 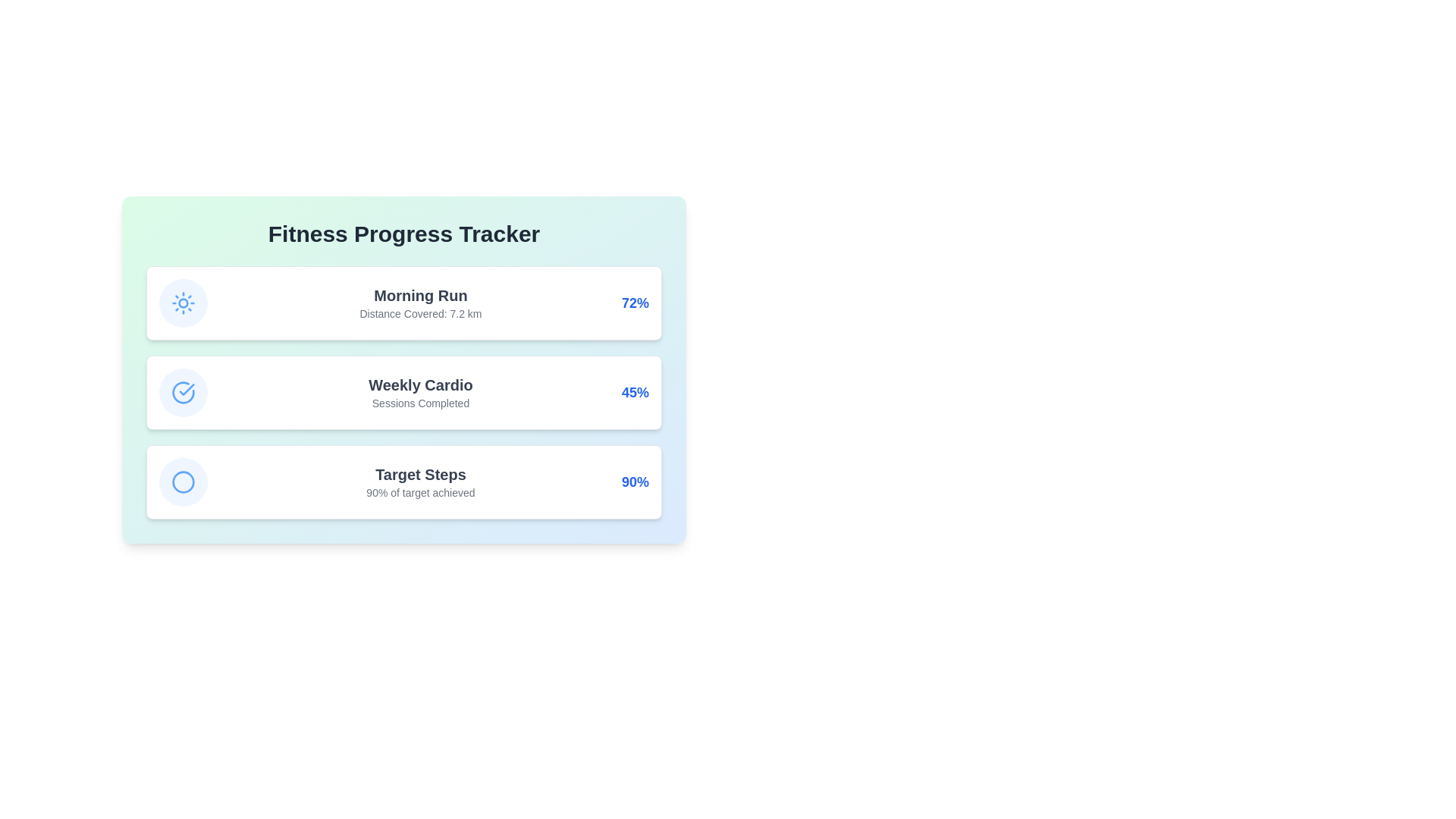 I want to click on the Information Card element that displays 'Target Steps' and '90% of target achieved', located in the 'Fitness Progress Tracker' section as the third item in the list, so click(x=403, y=482).